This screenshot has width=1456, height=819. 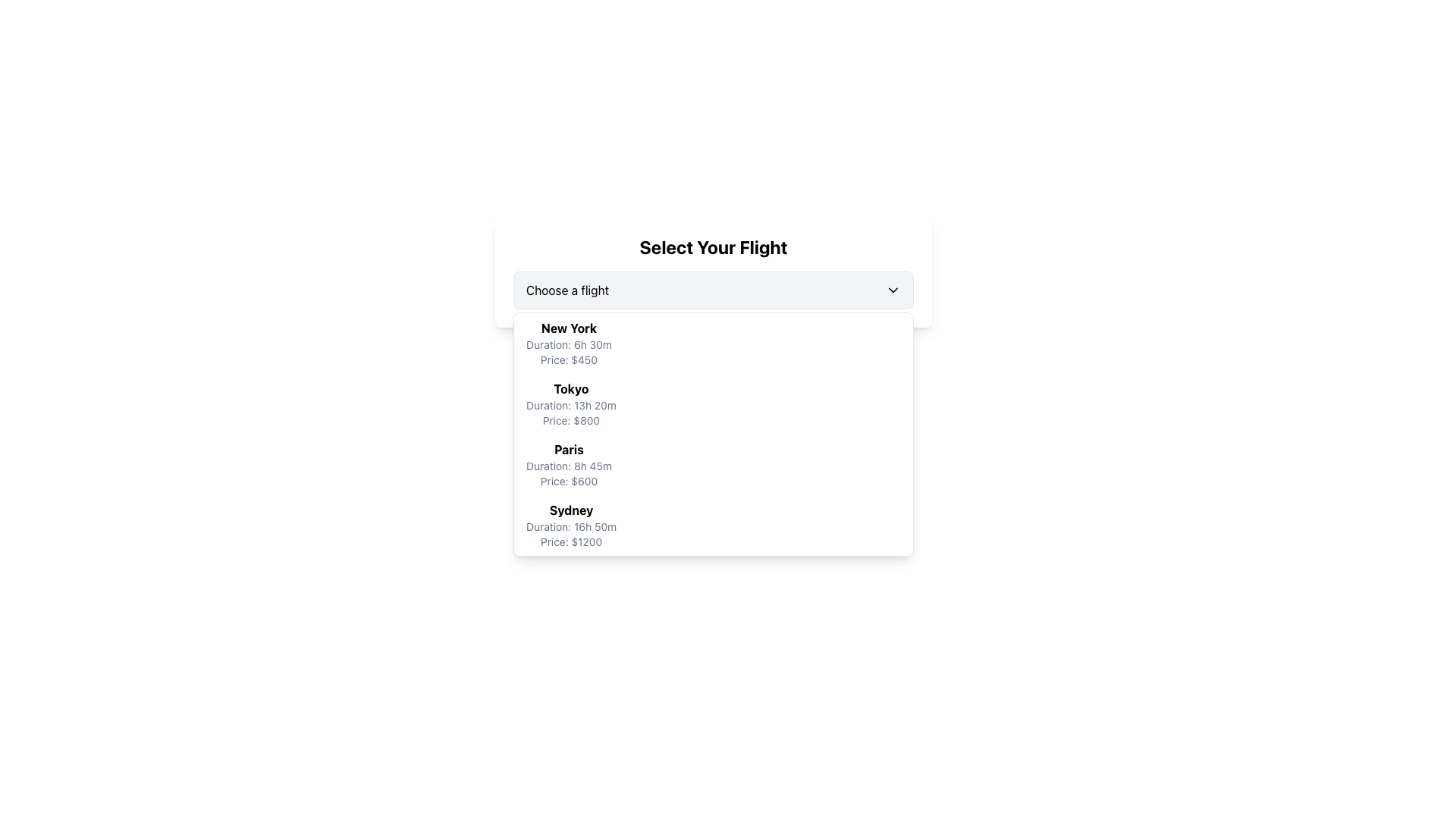 What do you see at coordinates (568, 343) in the screenshot?
I see `the first list item displaying travel information for the 'New York' flight option` at bounding box center [568, 343].